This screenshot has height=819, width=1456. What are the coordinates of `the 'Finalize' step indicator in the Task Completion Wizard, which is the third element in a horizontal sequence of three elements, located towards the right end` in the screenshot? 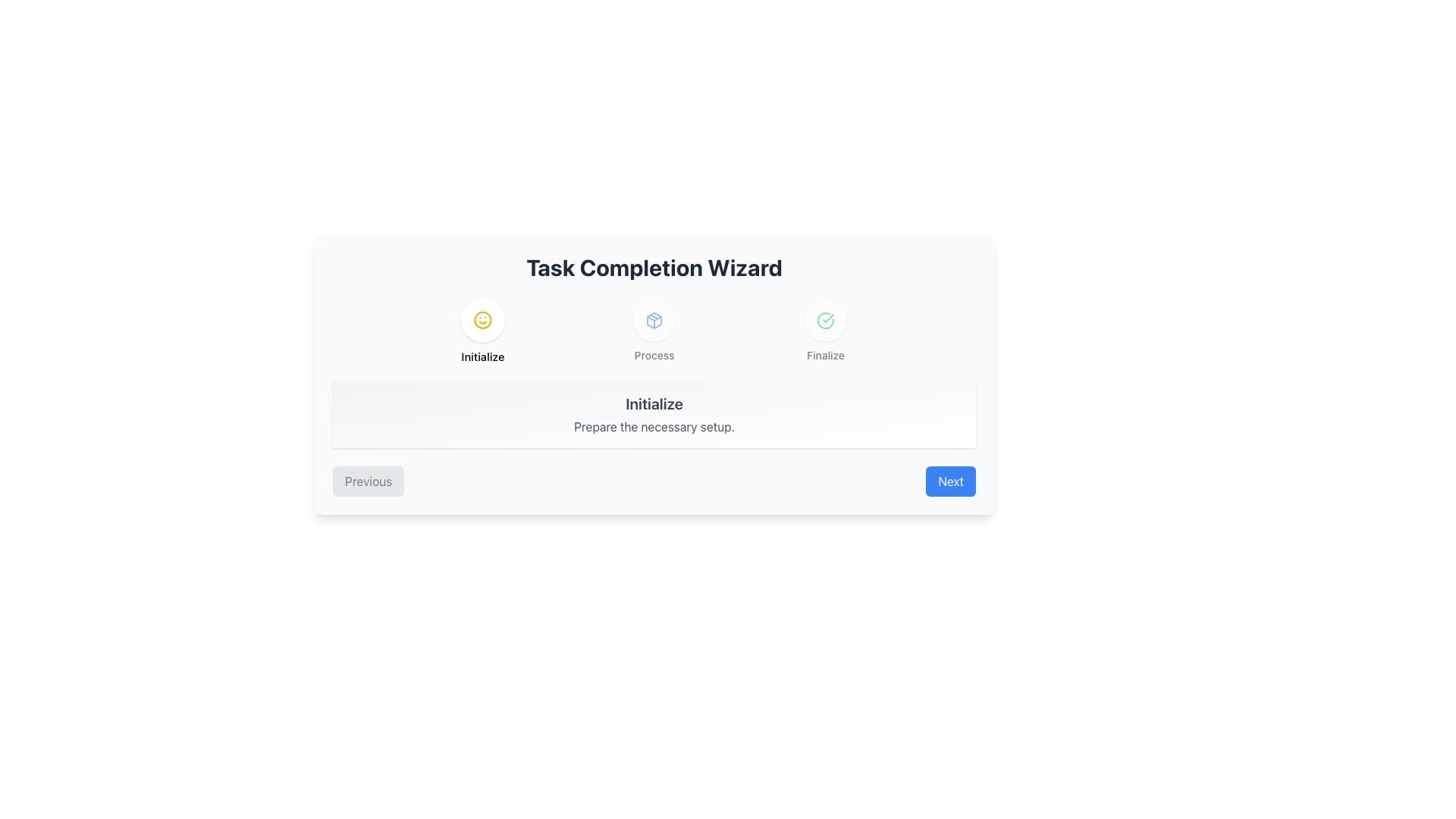 It's located at (825, 330).